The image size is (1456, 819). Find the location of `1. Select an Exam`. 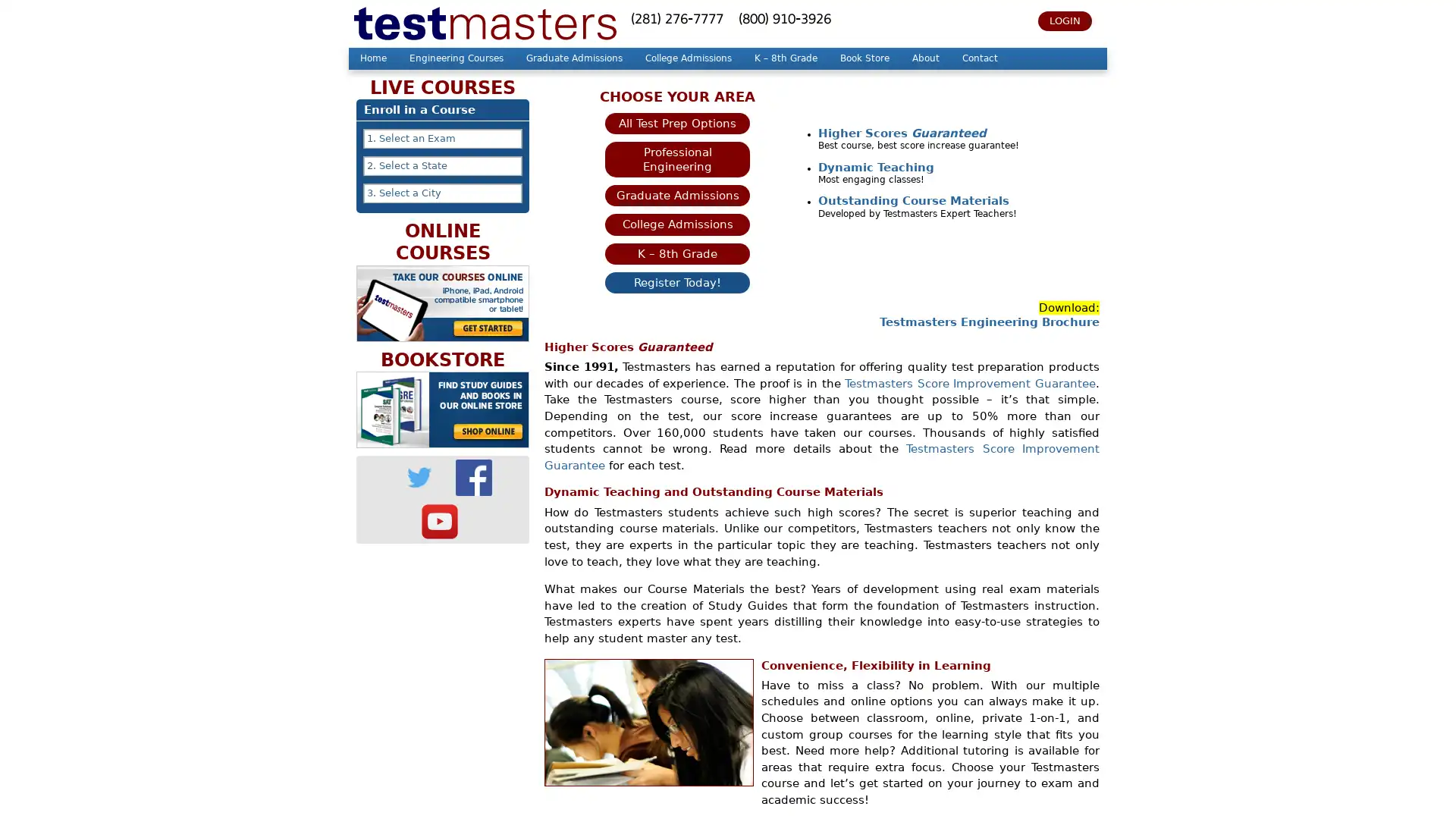

1. Select an Exam is located at coordinates (442, 138).